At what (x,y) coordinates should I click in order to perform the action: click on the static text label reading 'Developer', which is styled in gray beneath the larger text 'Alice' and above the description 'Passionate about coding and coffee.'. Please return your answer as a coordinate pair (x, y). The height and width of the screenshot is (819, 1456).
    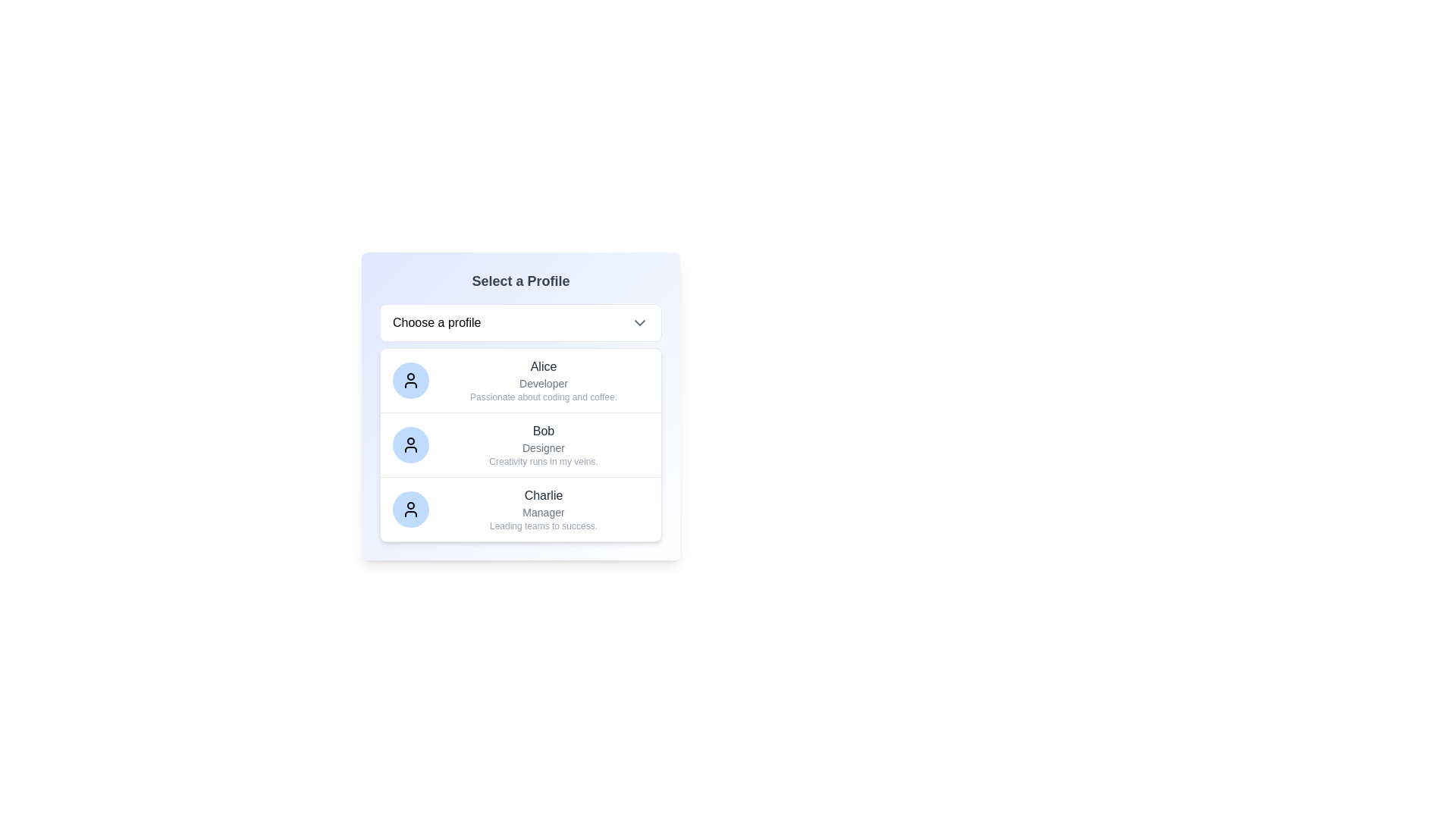
    Looking at the image, I should click on (543, 382).